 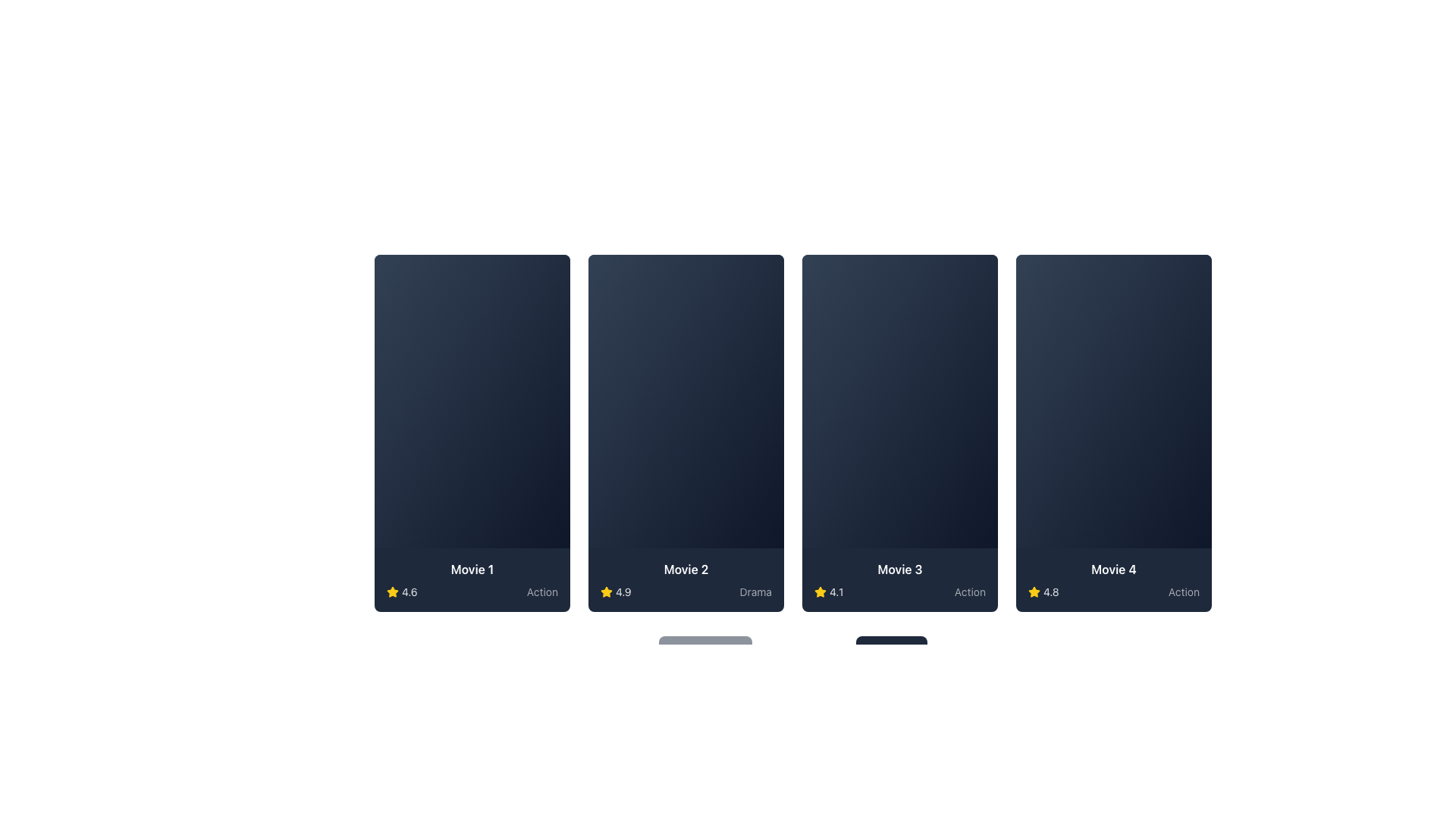 I want to click on the play icon, so click(x=472, y=400).